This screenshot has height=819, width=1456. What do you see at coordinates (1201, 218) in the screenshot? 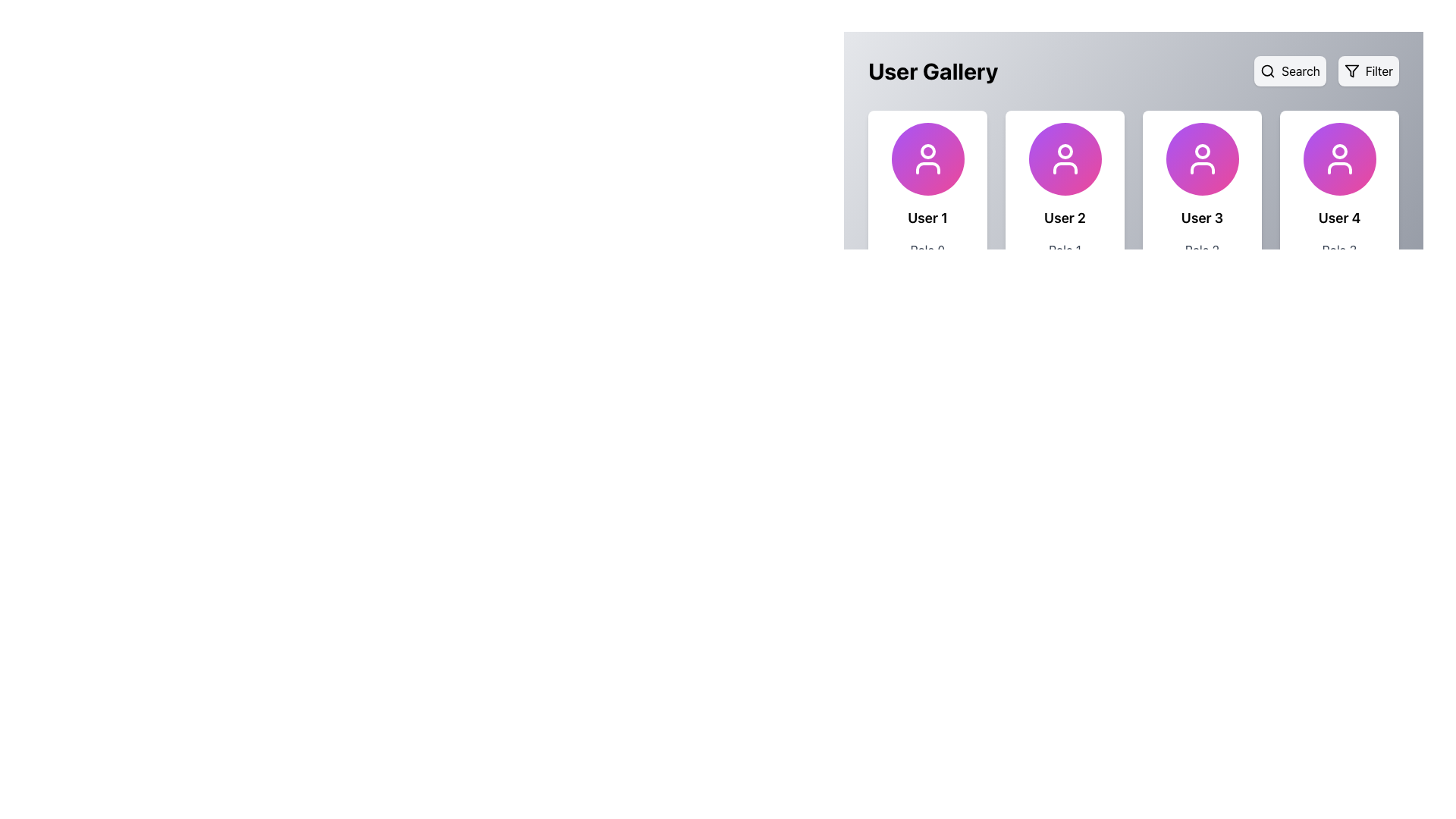
I see `displayed text 'User 3' from the text label located below the circular profile placeholder icon in the third user card` at bounding box center [1201, 218].